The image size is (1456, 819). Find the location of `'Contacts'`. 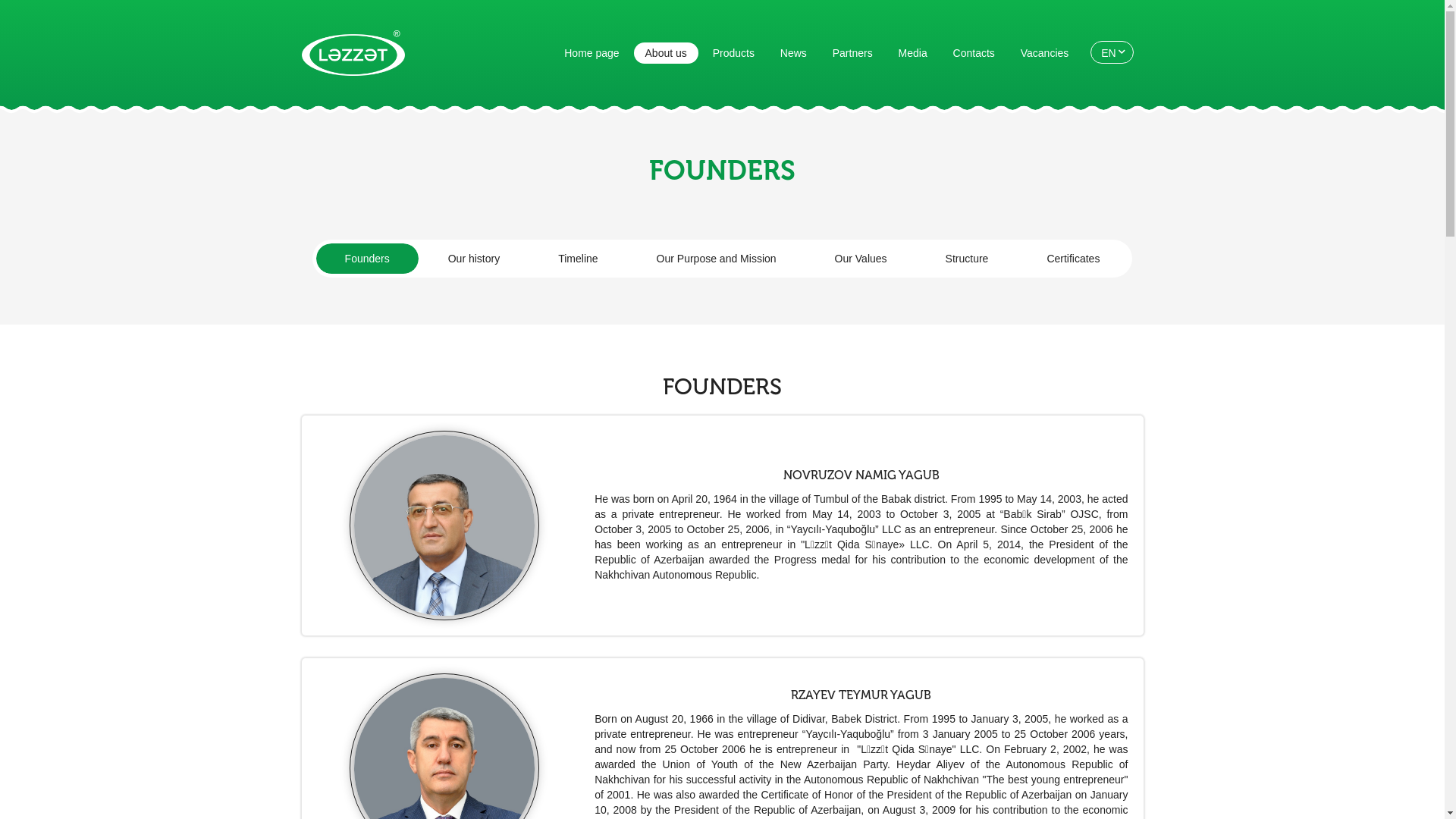

'Contacts' is located at coordinates (974, 52).